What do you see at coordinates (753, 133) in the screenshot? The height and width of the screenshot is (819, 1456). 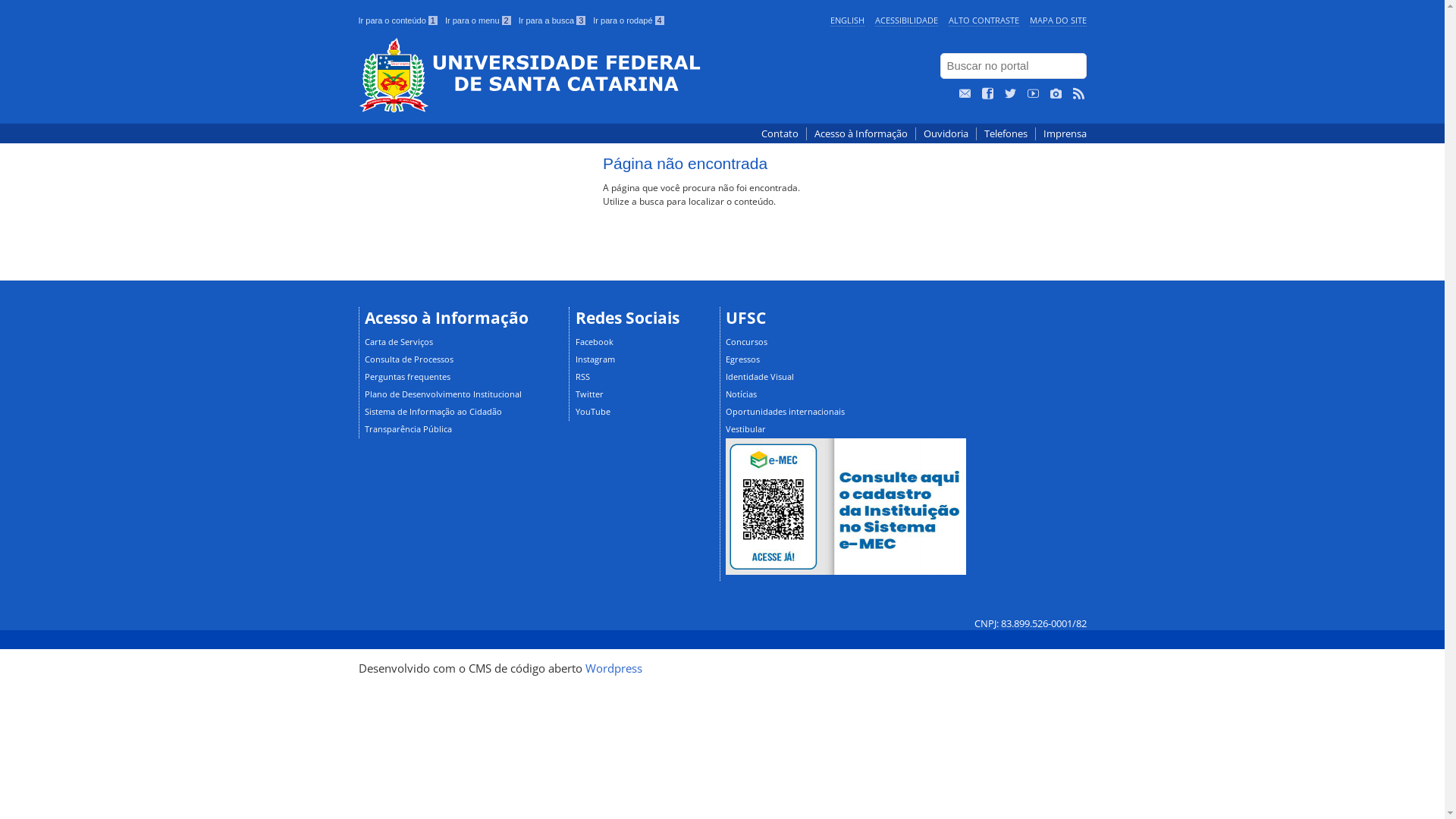 I see `'Contato'` at bounding box center [753, 133].